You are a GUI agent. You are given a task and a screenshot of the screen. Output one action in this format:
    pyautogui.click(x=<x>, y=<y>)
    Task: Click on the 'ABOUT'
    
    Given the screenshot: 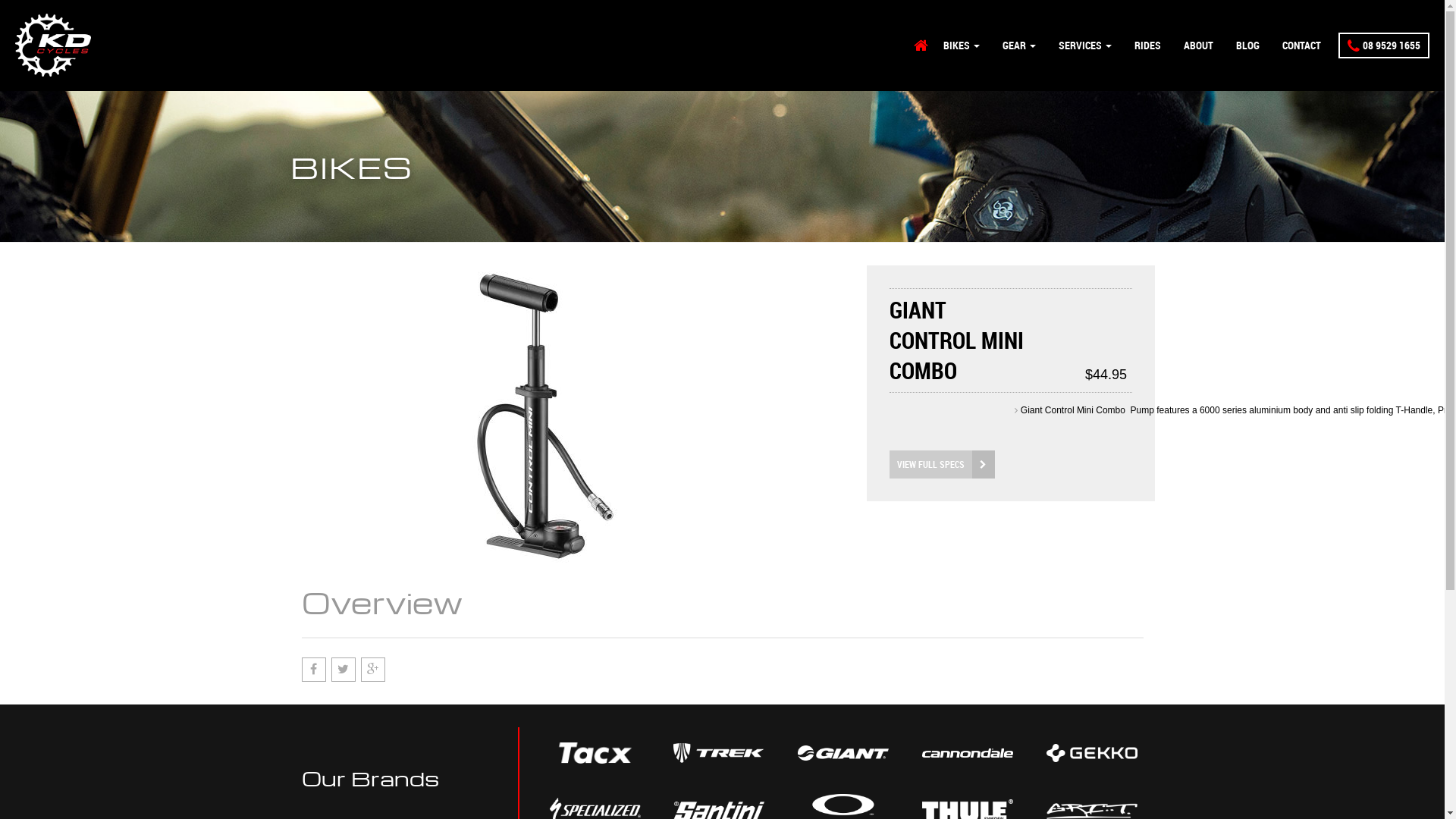 What is the action you would take?
    pyautogui.click(x=1197, y=45)
    